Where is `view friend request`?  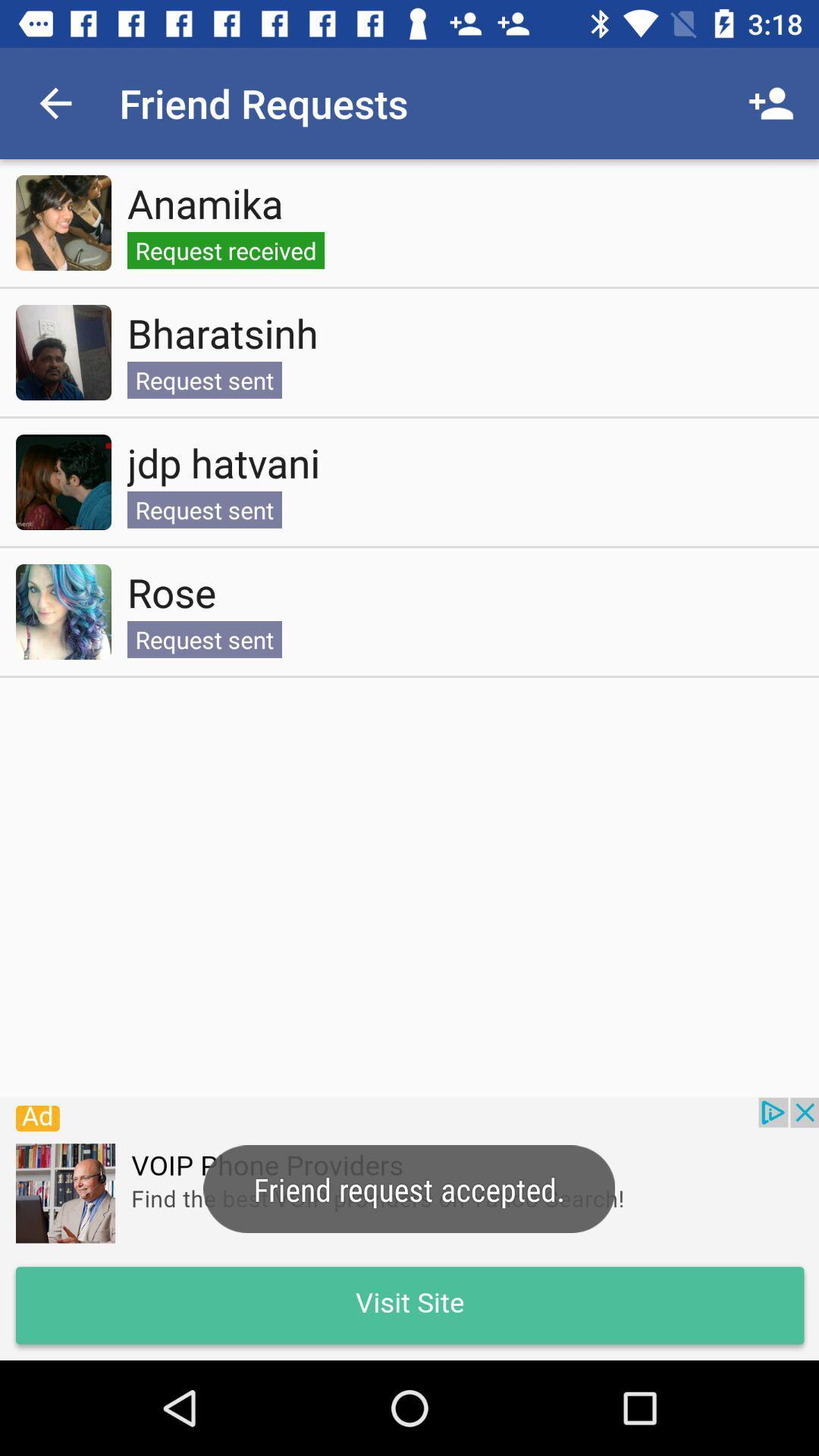
view friend request is located at coordinates (63, 221).